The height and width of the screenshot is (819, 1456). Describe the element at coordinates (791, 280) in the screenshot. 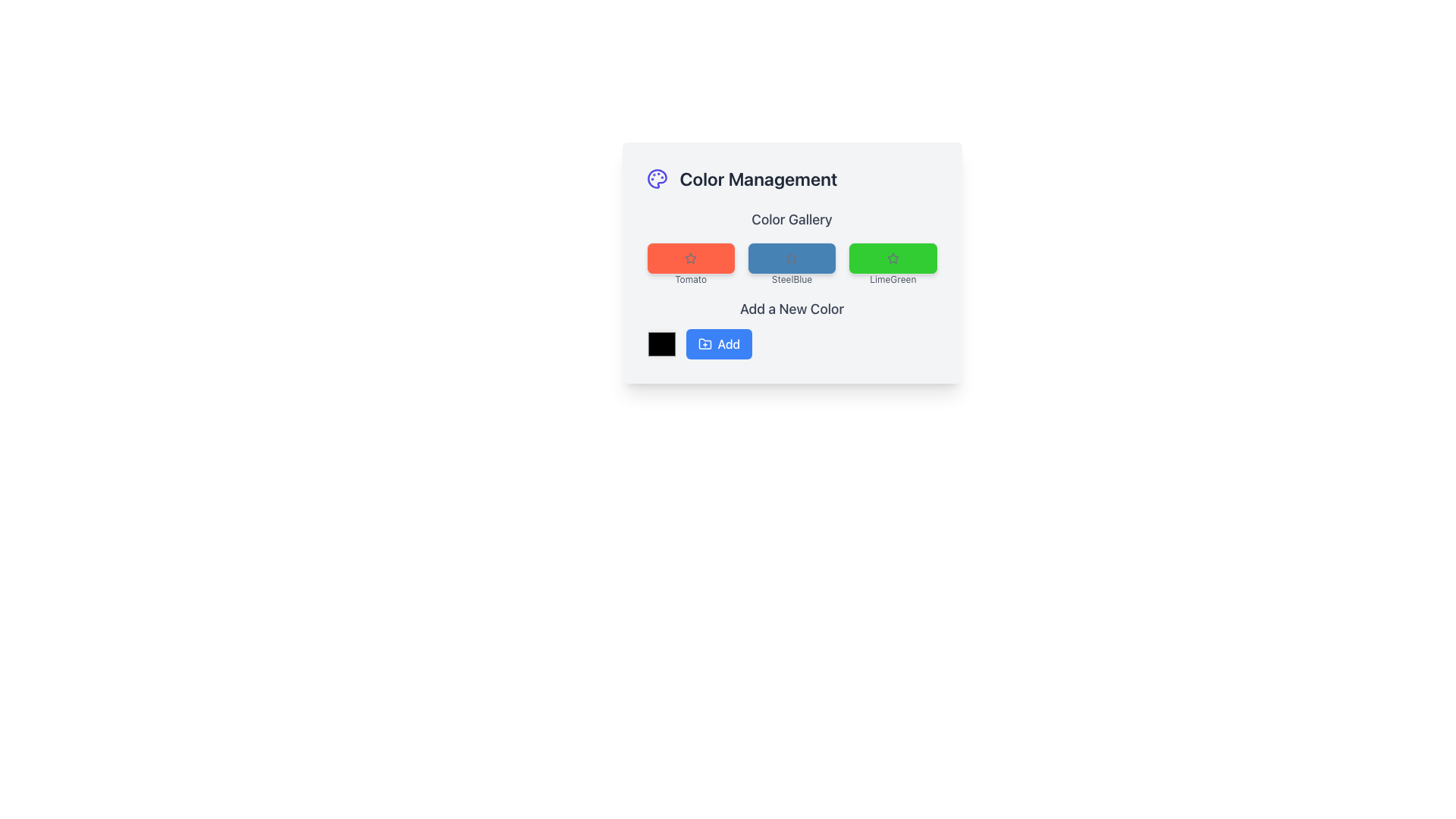

I see `the text label displaying 'SteelBlue' in gray, located below the blue-colored button labeled 'SteelBlue' in the color gallery interface` at that location.